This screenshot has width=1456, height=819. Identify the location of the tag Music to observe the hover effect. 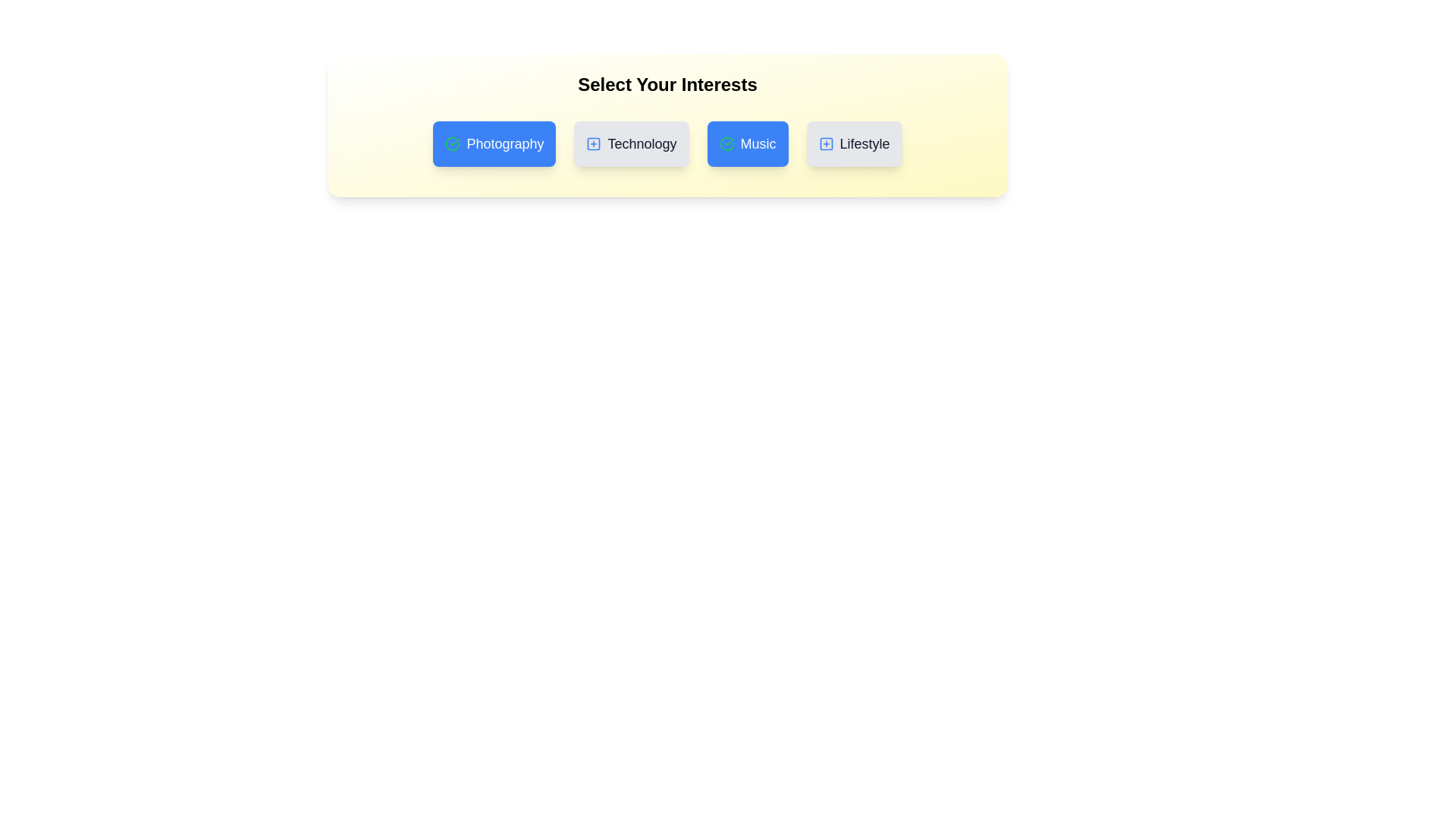
(747, 143).